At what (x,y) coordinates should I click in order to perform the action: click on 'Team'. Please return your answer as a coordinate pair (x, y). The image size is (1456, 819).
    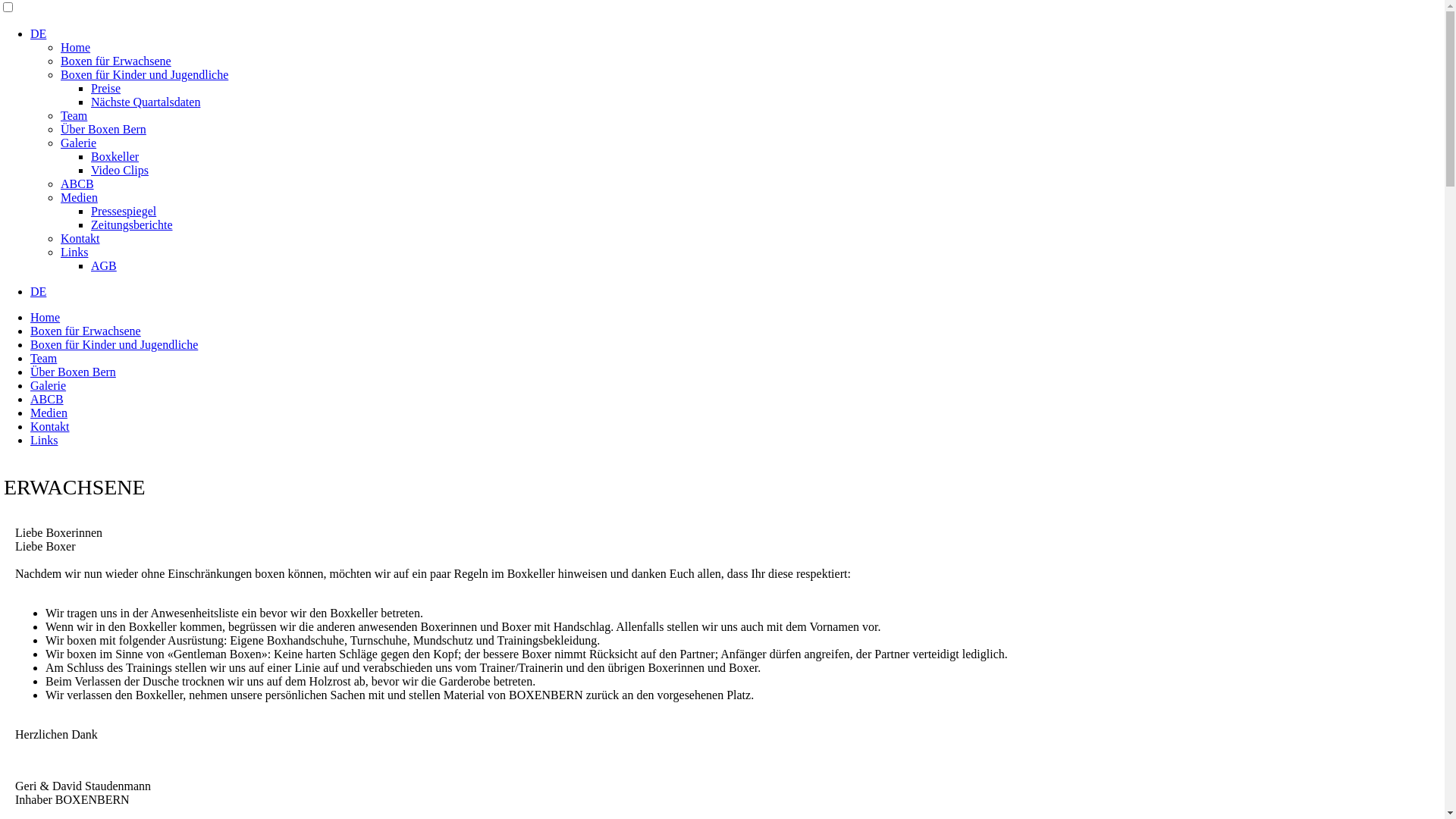
    Looking at the image, I should click on (43, 358).